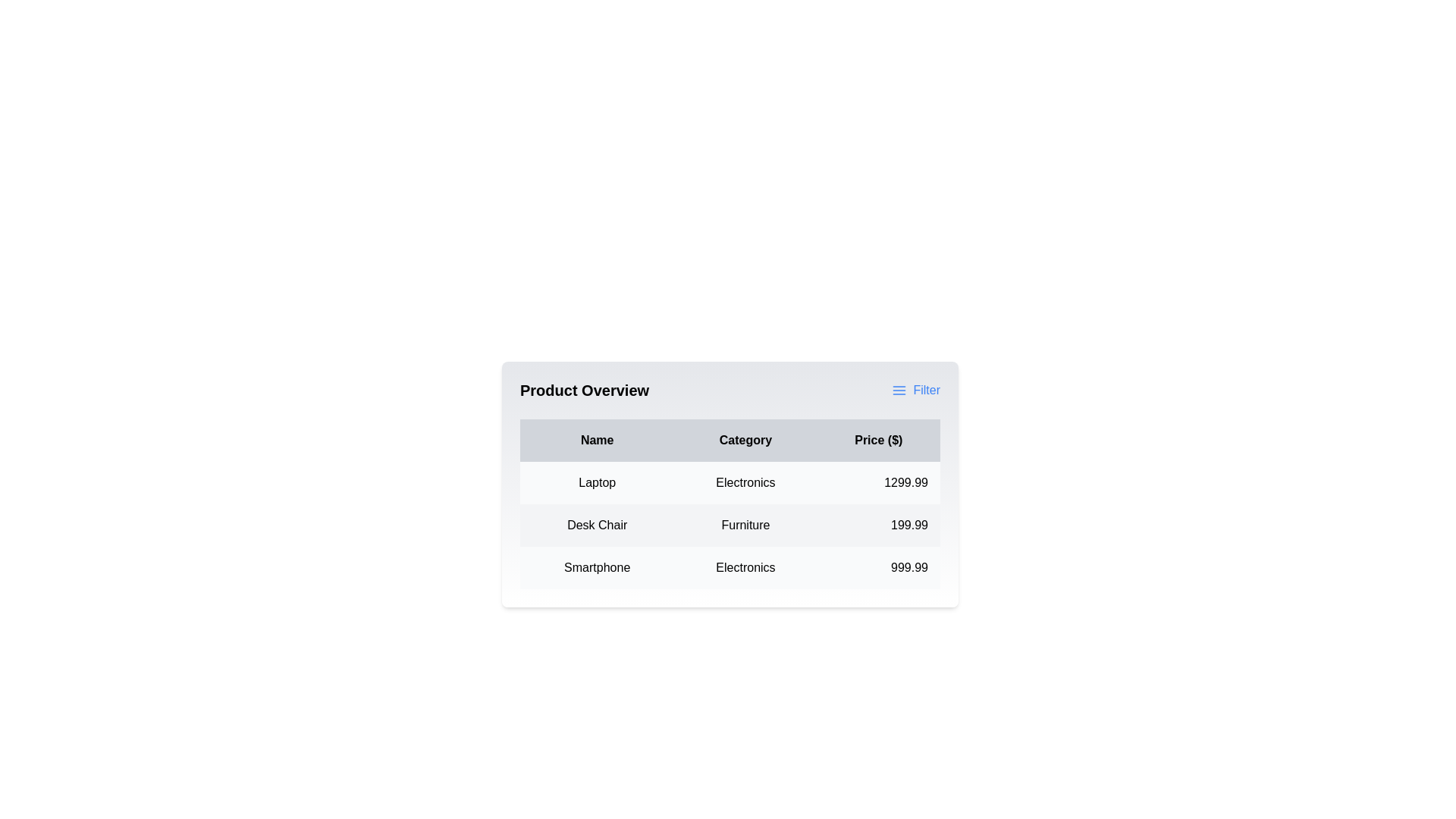 This screenshot has height=819, width=1456. Describe the element at coordinates (730, 441) in the screenshot. I see `table header row located at the top of the data table, which indicates the categories of the data: 'Name', 'Category', and 'Price ($)'` at that location.